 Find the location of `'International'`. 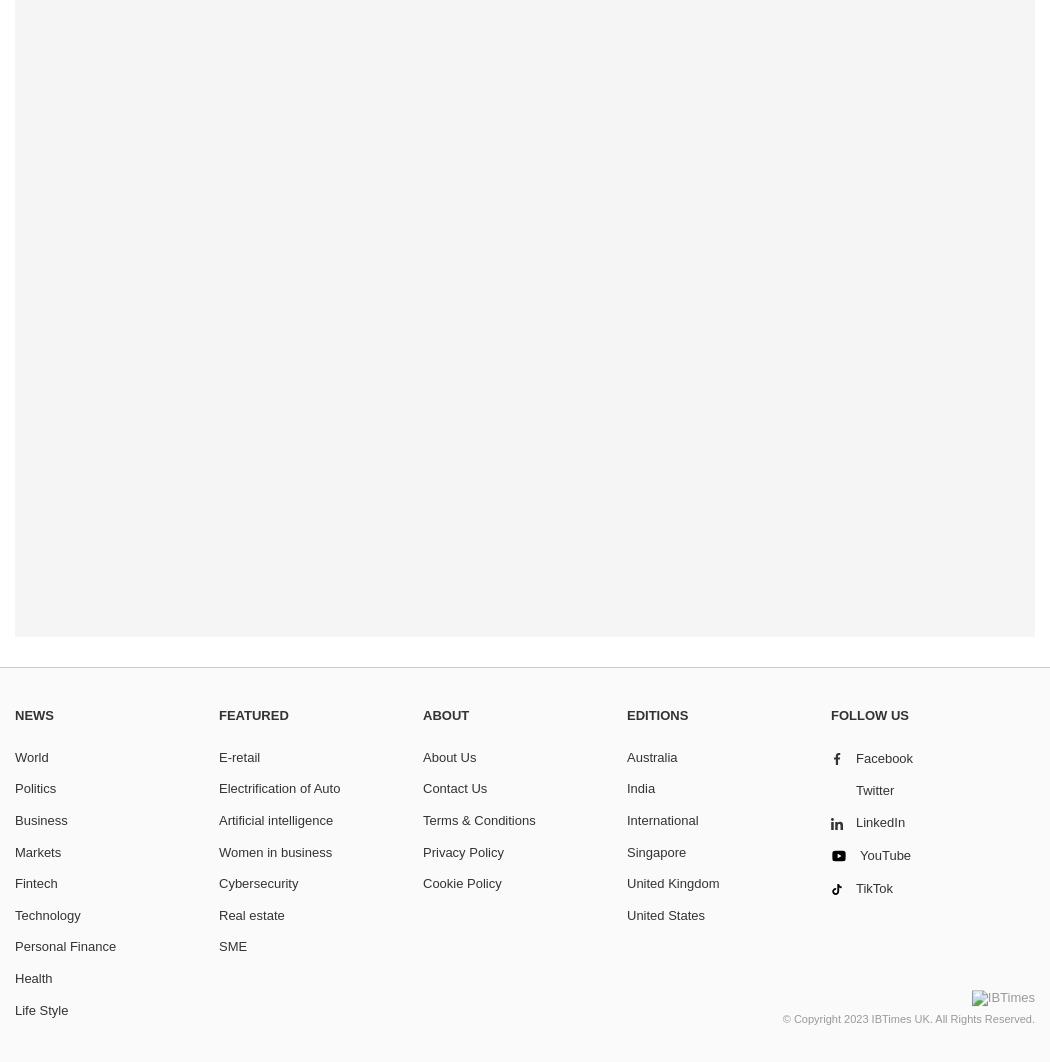

'International' is located at coordinates (661, 819).